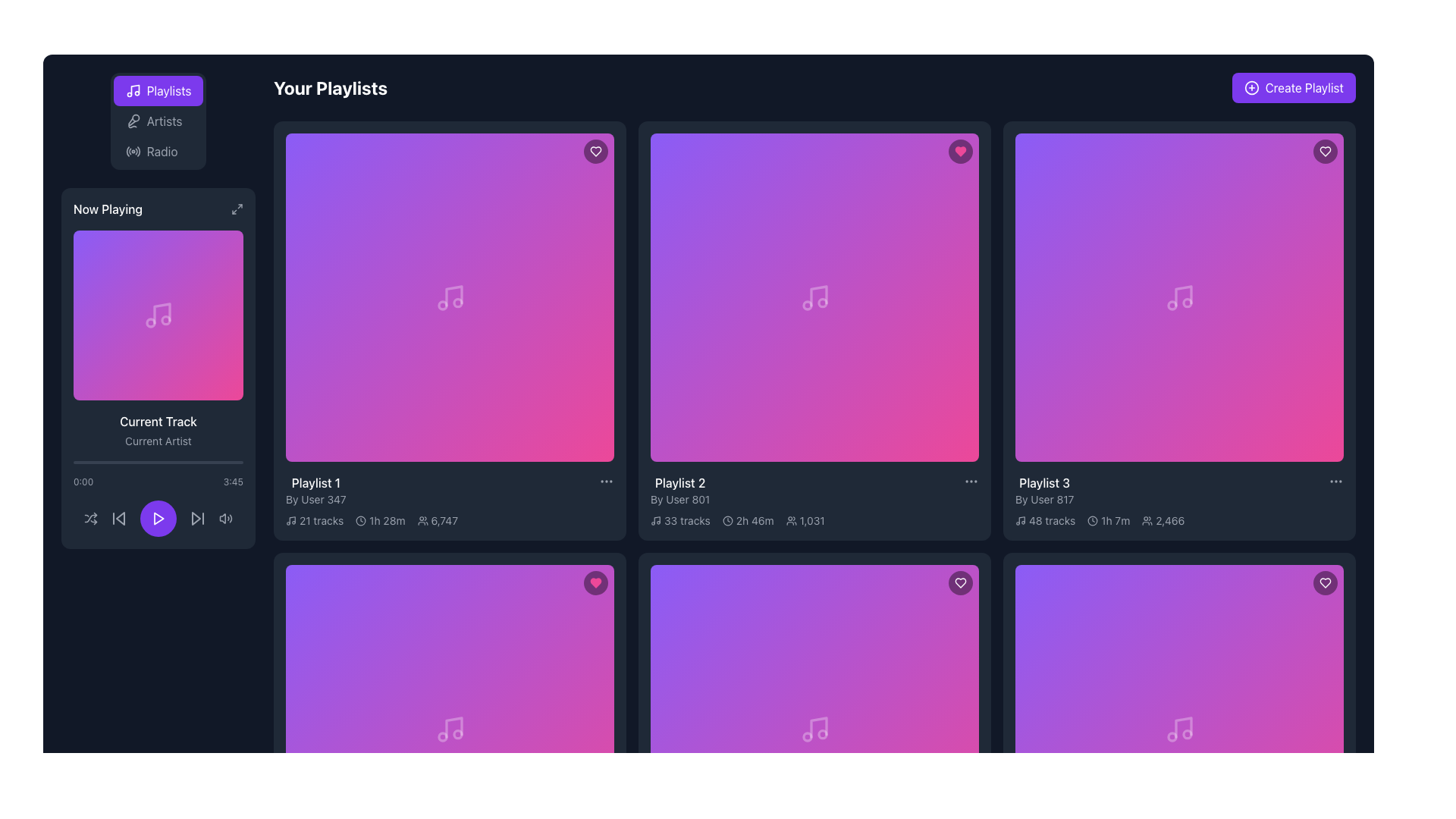 This screenshot has height=819, width=1456. Describe the element at coordinates (1324, 152) in the screenshot. I see `the heart icon in the top-right corner of the playlist card for 'Playlist 3' to mark the playlist as liked` at that location.